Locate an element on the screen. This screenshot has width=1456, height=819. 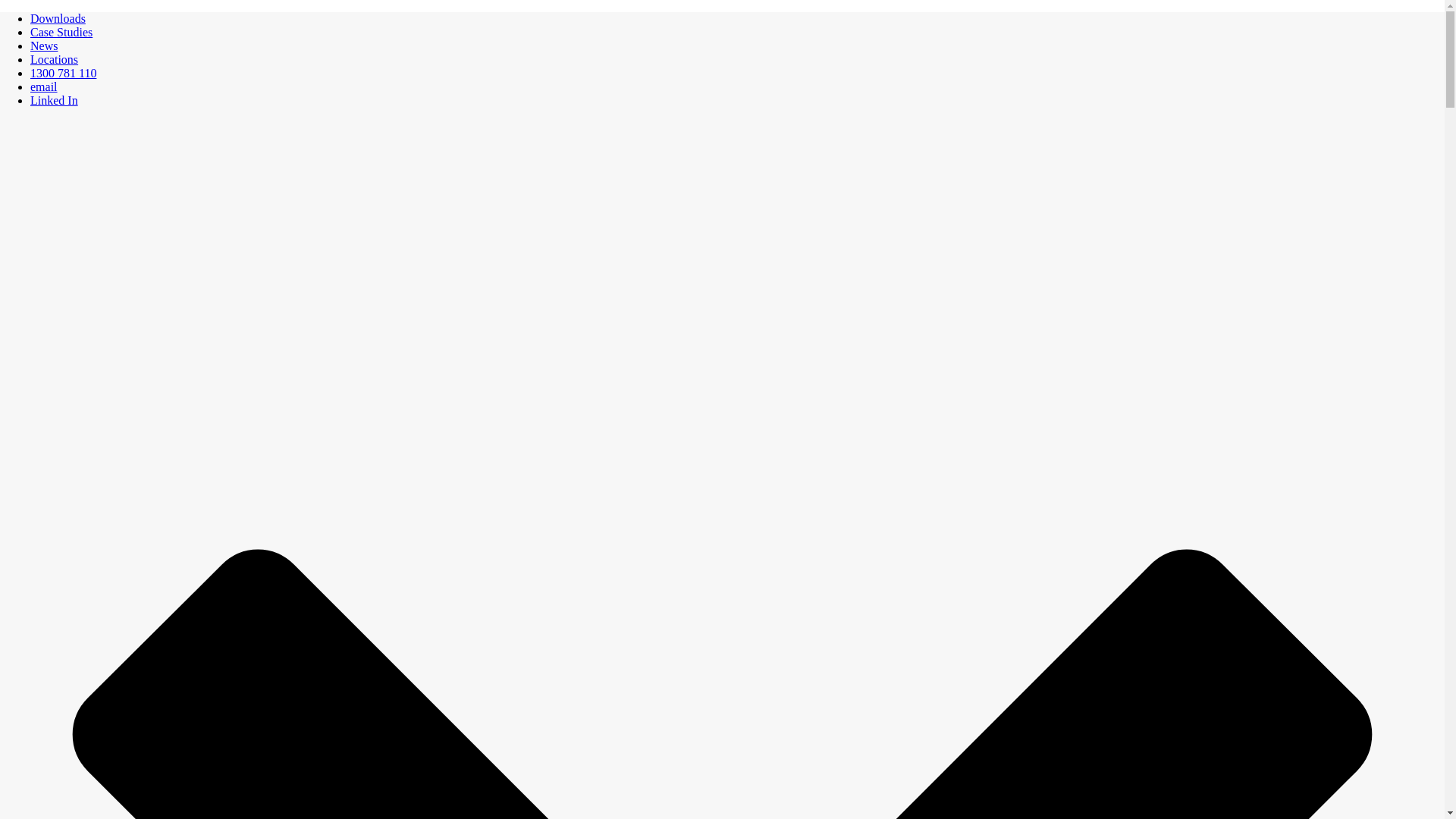
'Case Studies' is located at coordinates (30, 32).